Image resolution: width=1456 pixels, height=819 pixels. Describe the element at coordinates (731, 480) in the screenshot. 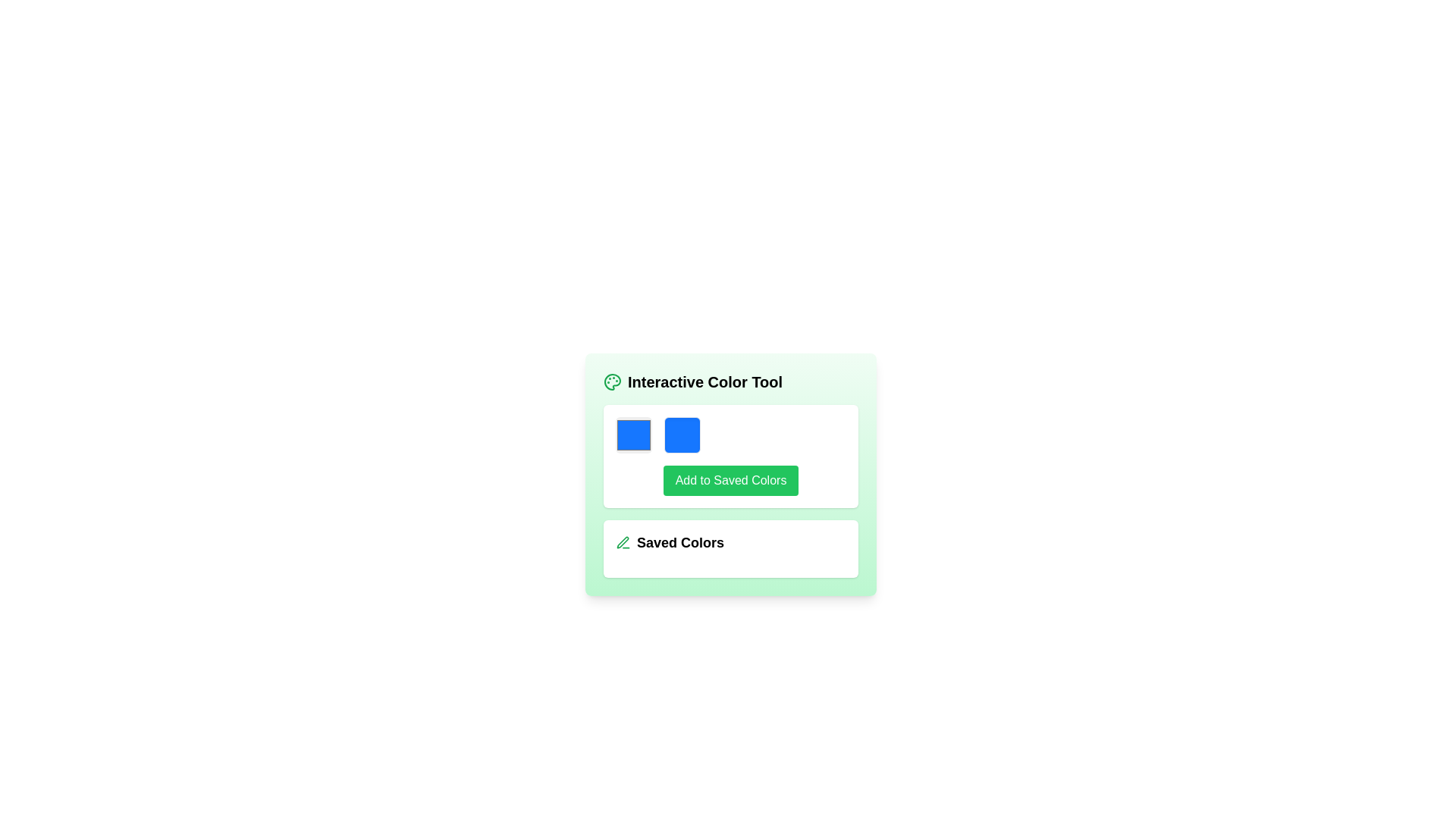

I see `the 'Save Color' button located in the bottom-central area of the 'Interactive Color Tool' section` at that location.